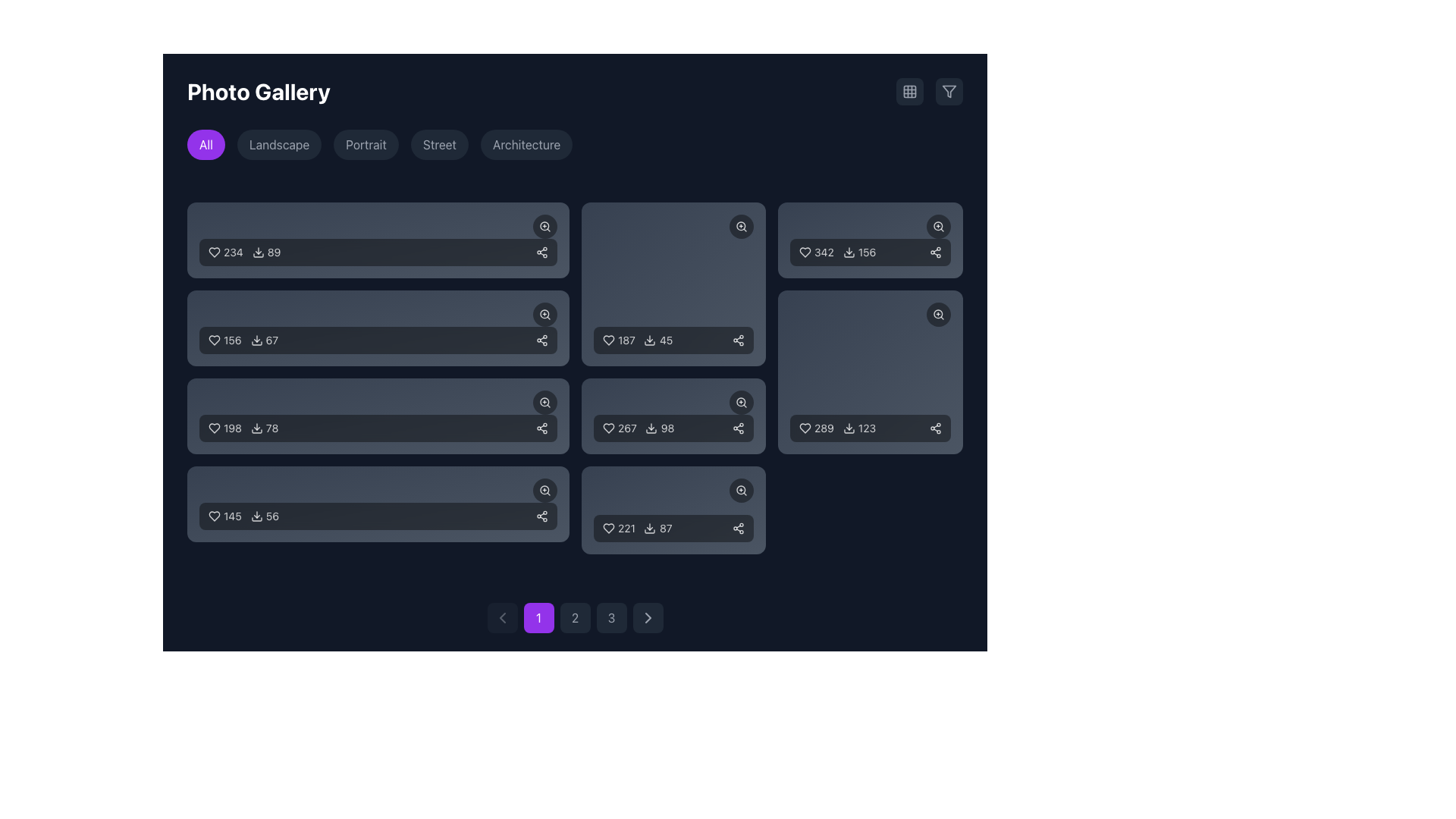 Image resolution: width=1456 pixels, height=819 pixels. I want to click on the downloadable icon with a downward arrow symbol located in the bottom-right corner of the content card containing the text '289' and '123', positioned to the left of '123', so click(849, 428).